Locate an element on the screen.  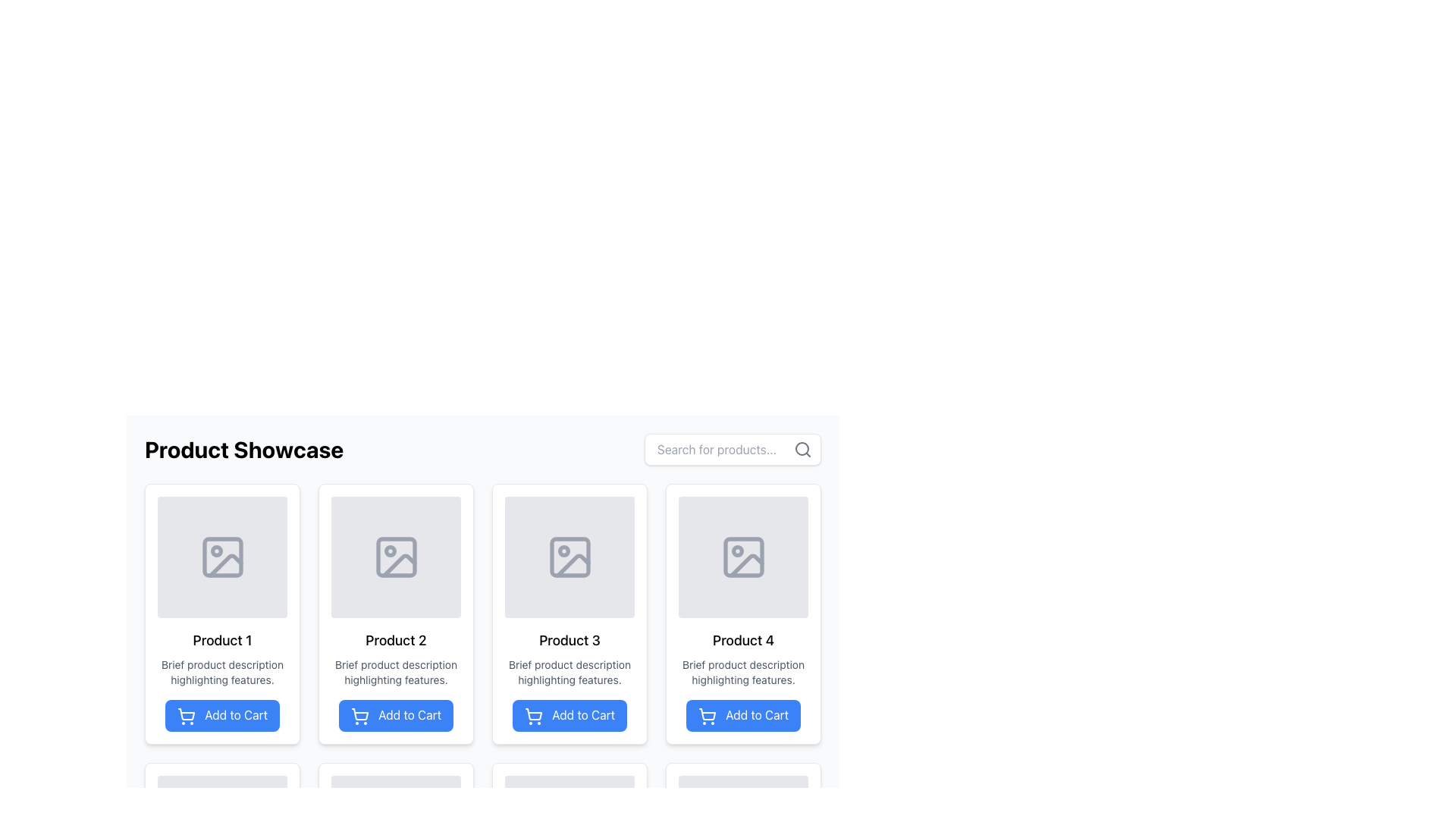
text content displayed as the product name in the fourth product card, located below the image and above the product description and 'Add to Cart' button is located at coordinates (743, 640).